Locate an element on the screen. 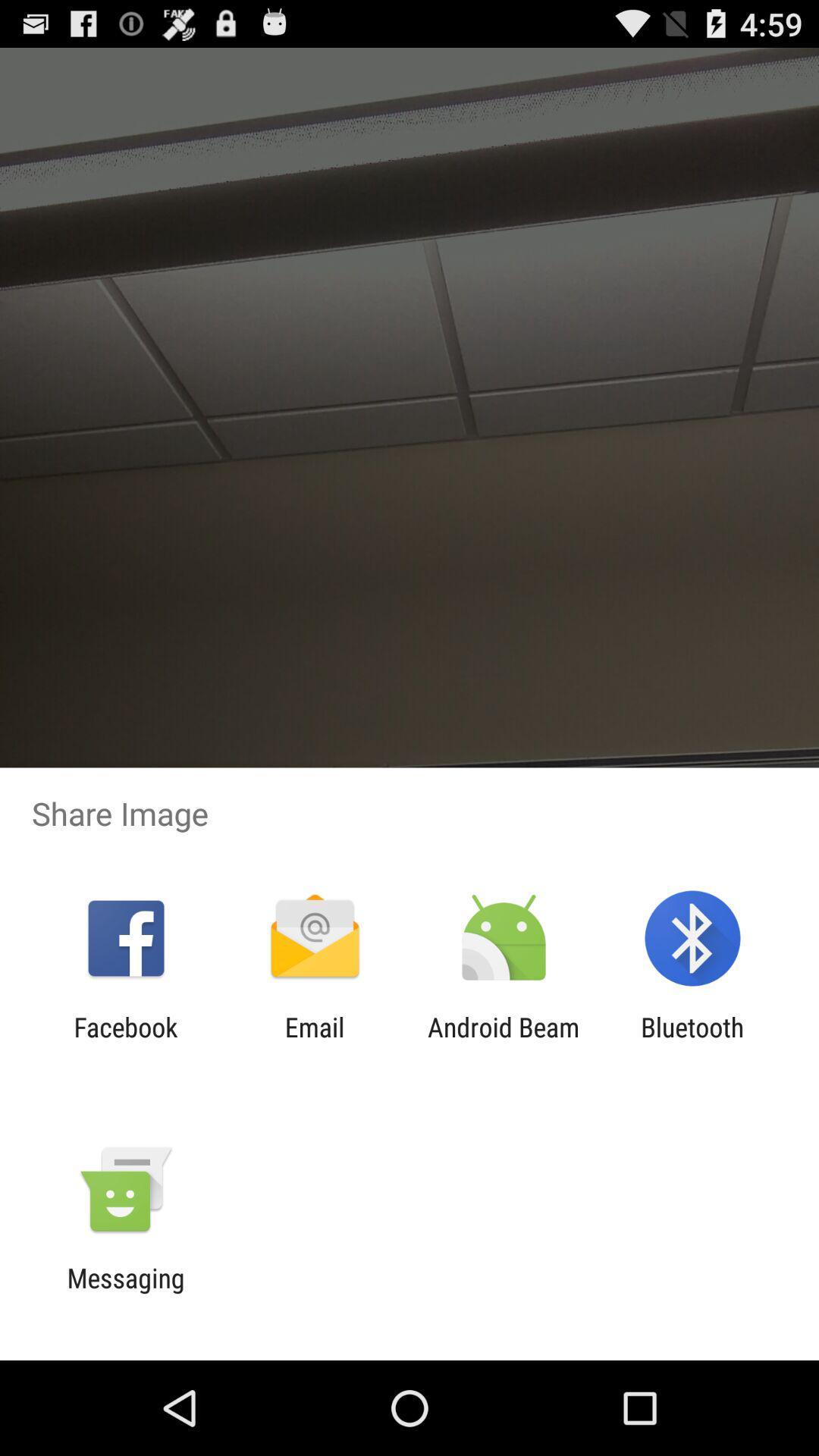  icon to the right of the facebook is located at coordinates (314, 1042).